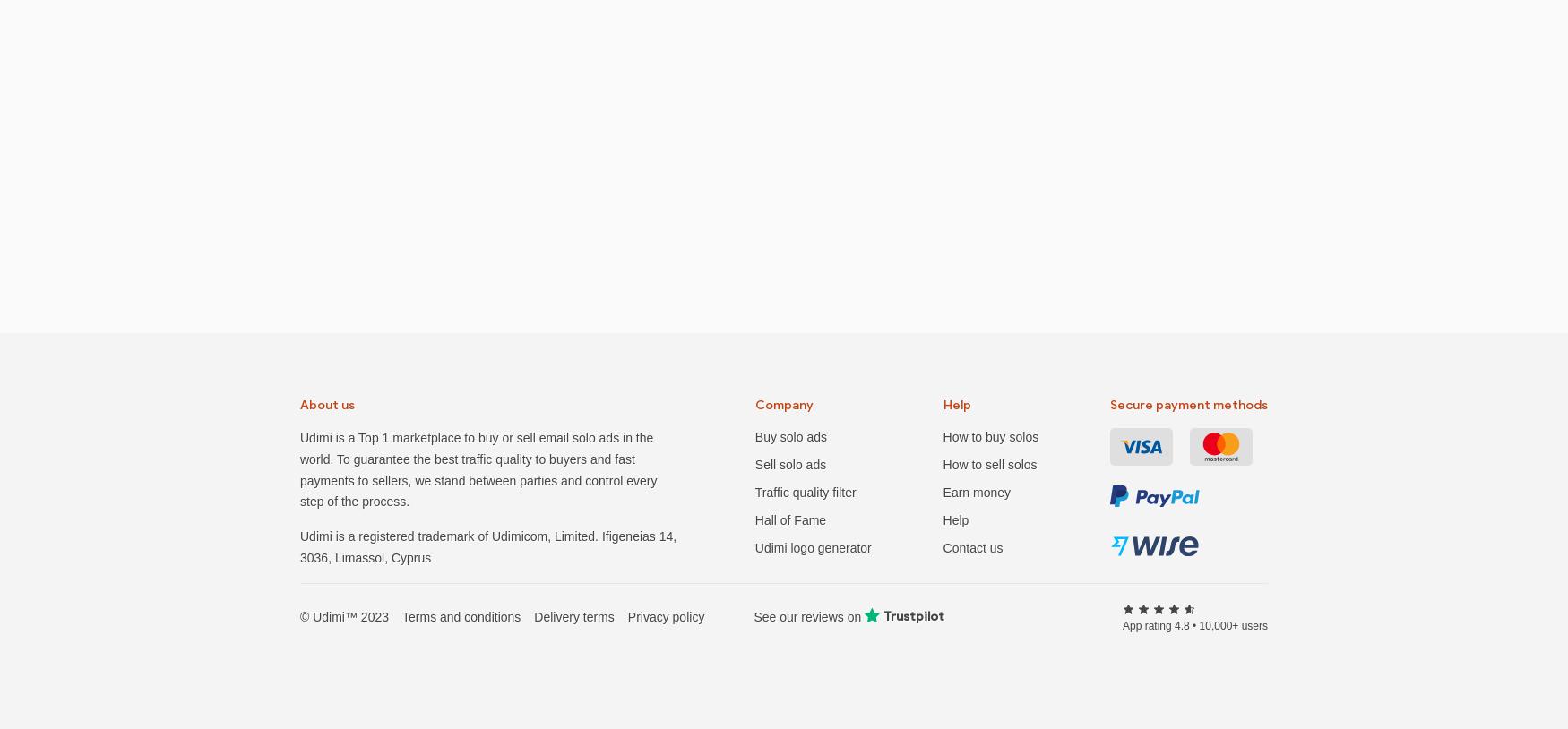  What do you see at coordinates (789, 464) in the screenshot?
I see `'Sell solo ads'` at bounding box center [789, 464].